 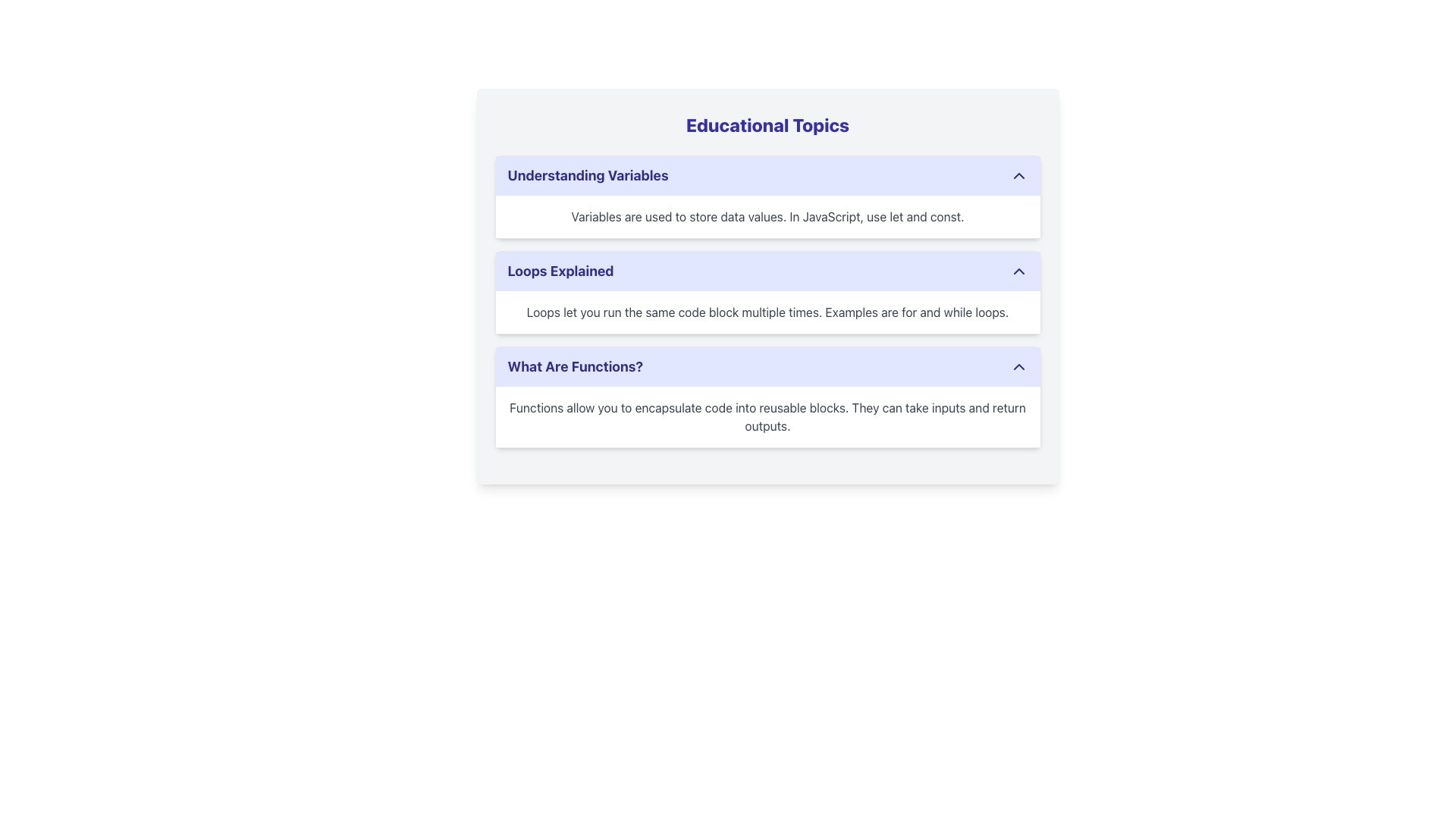 What do you see at coordinates (767, 397) in the screenshot?
I see `the title 'What Are Functions?' in the Collapsible information panel` at bounding box center [767, 397].